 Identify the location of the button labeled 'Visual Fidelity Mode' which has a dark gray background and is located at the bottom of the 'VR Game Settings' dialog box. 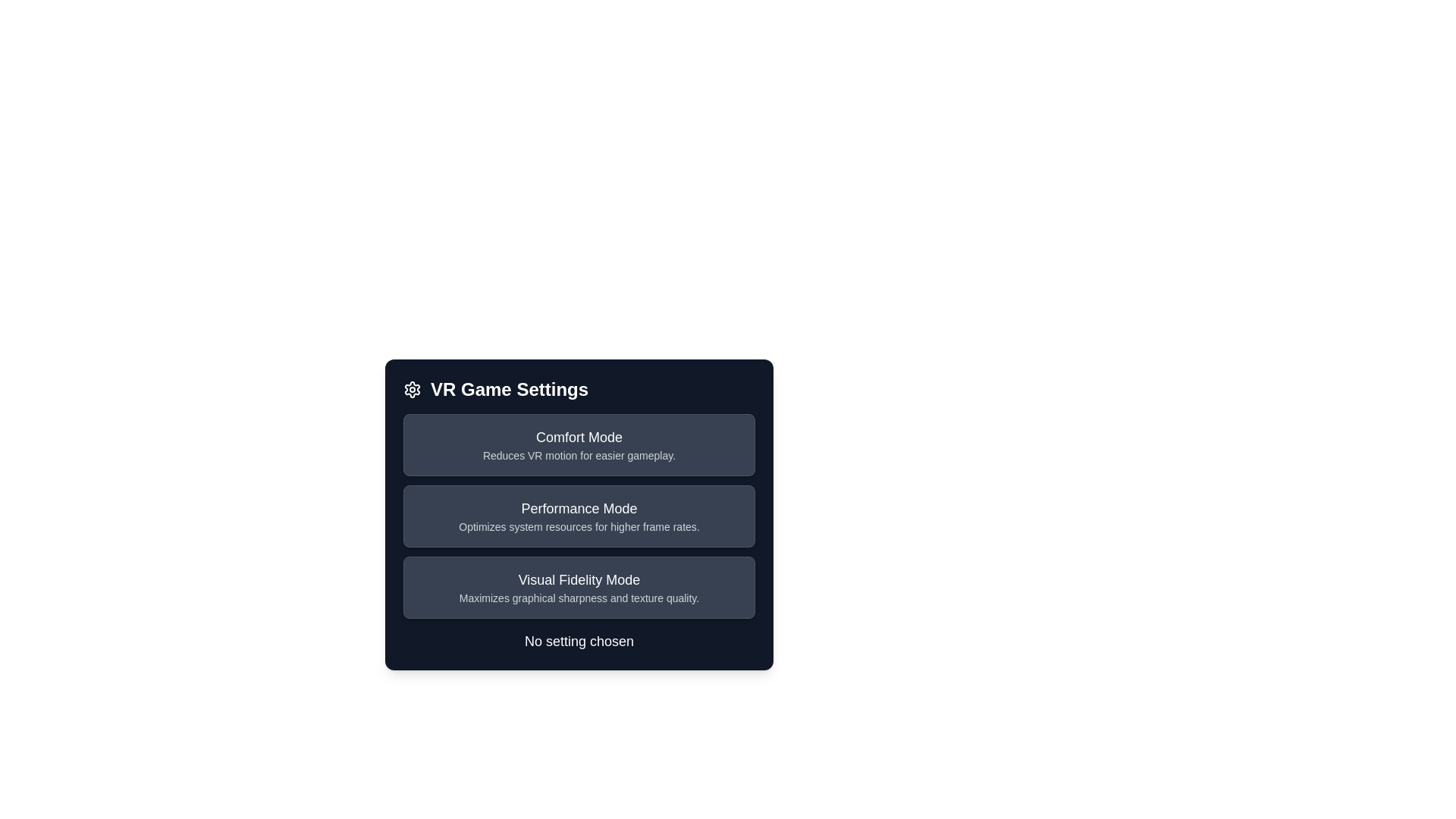
(578, 587).